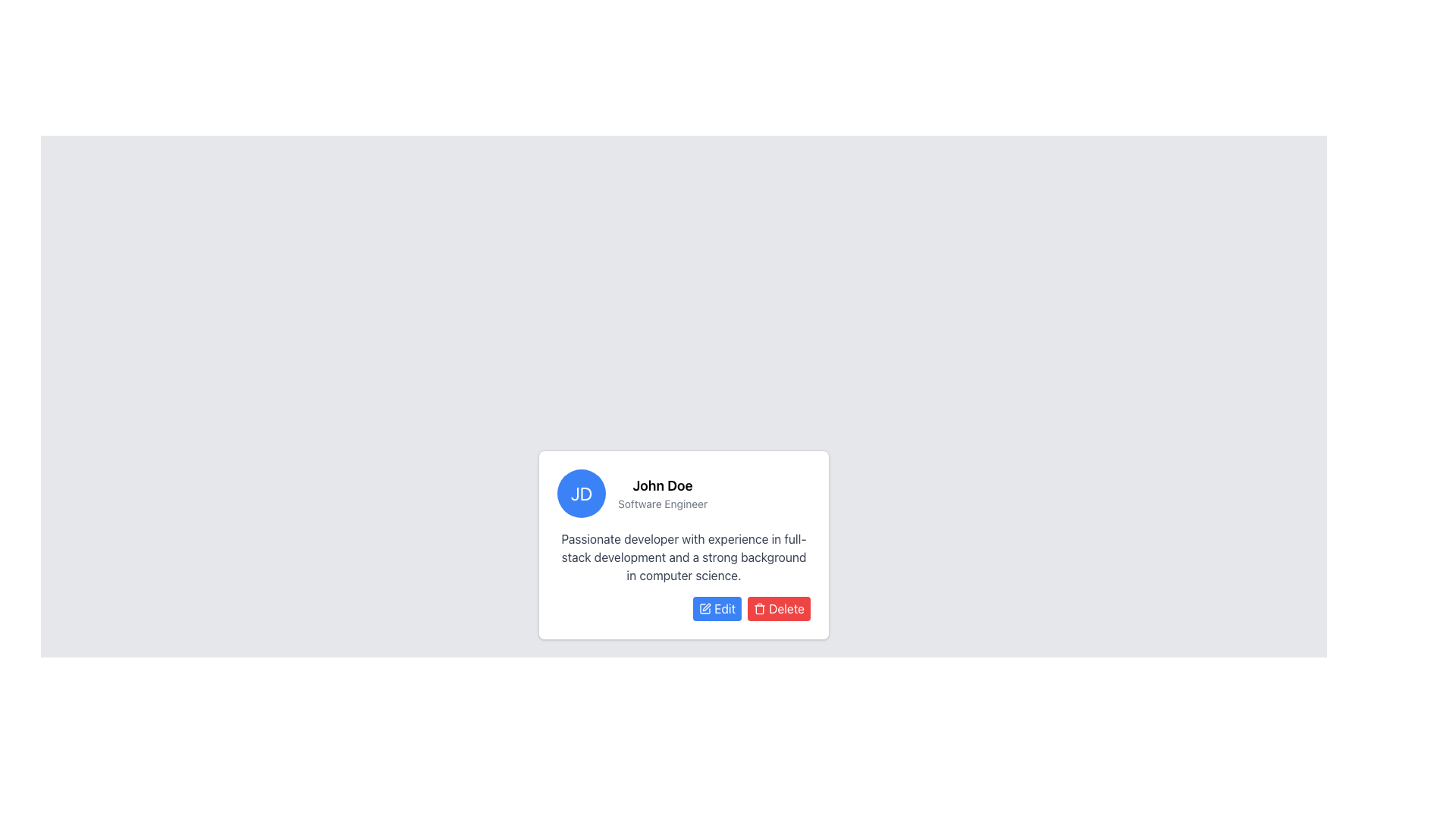  I want to click on the blue 'Edit' button with white text and an edit icon on its left, located in the bottom row of the card, so click(717, 607).